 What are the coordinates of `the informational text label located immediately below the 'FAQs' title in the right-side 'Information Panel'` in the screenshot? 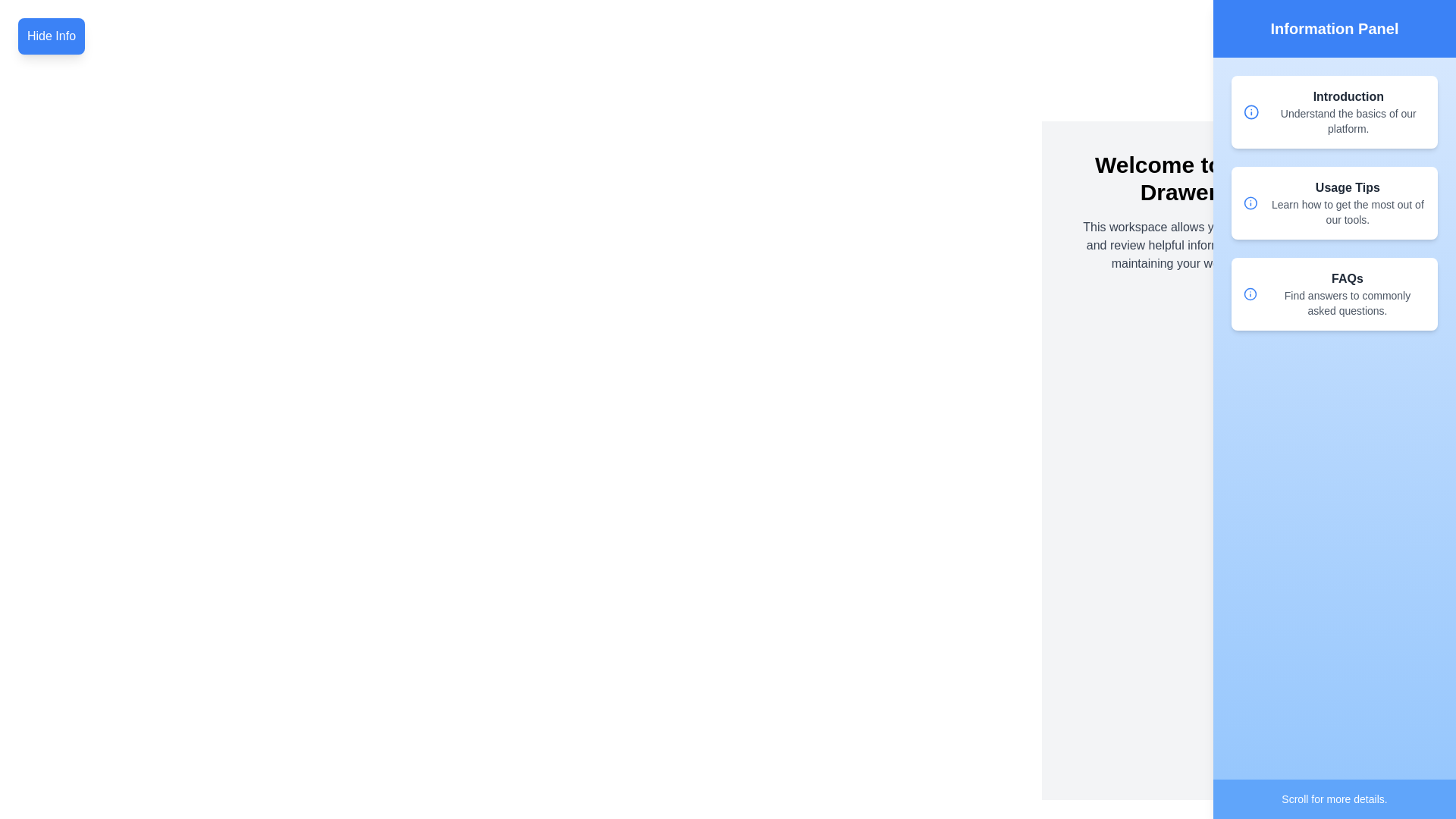 It's located at (1347, 303).